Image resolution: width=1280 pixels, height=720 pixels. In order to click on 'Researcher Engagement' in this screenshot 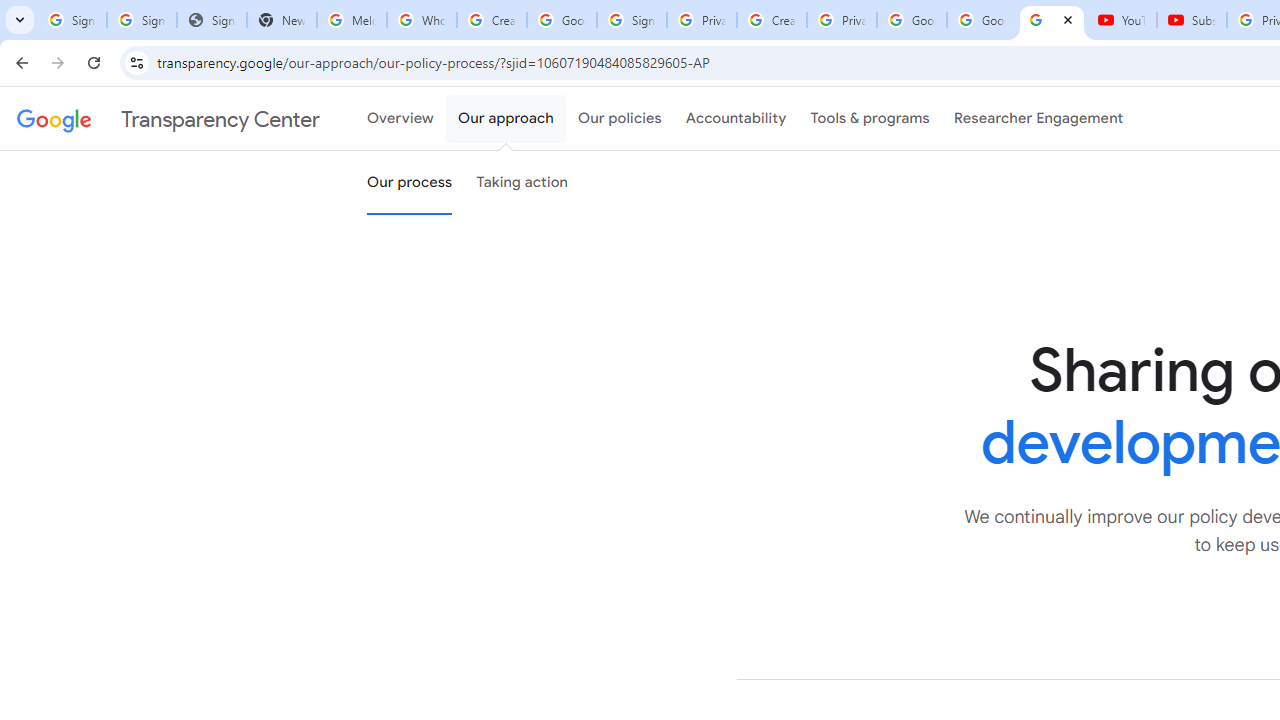, I will do `click(1038, 119)`.